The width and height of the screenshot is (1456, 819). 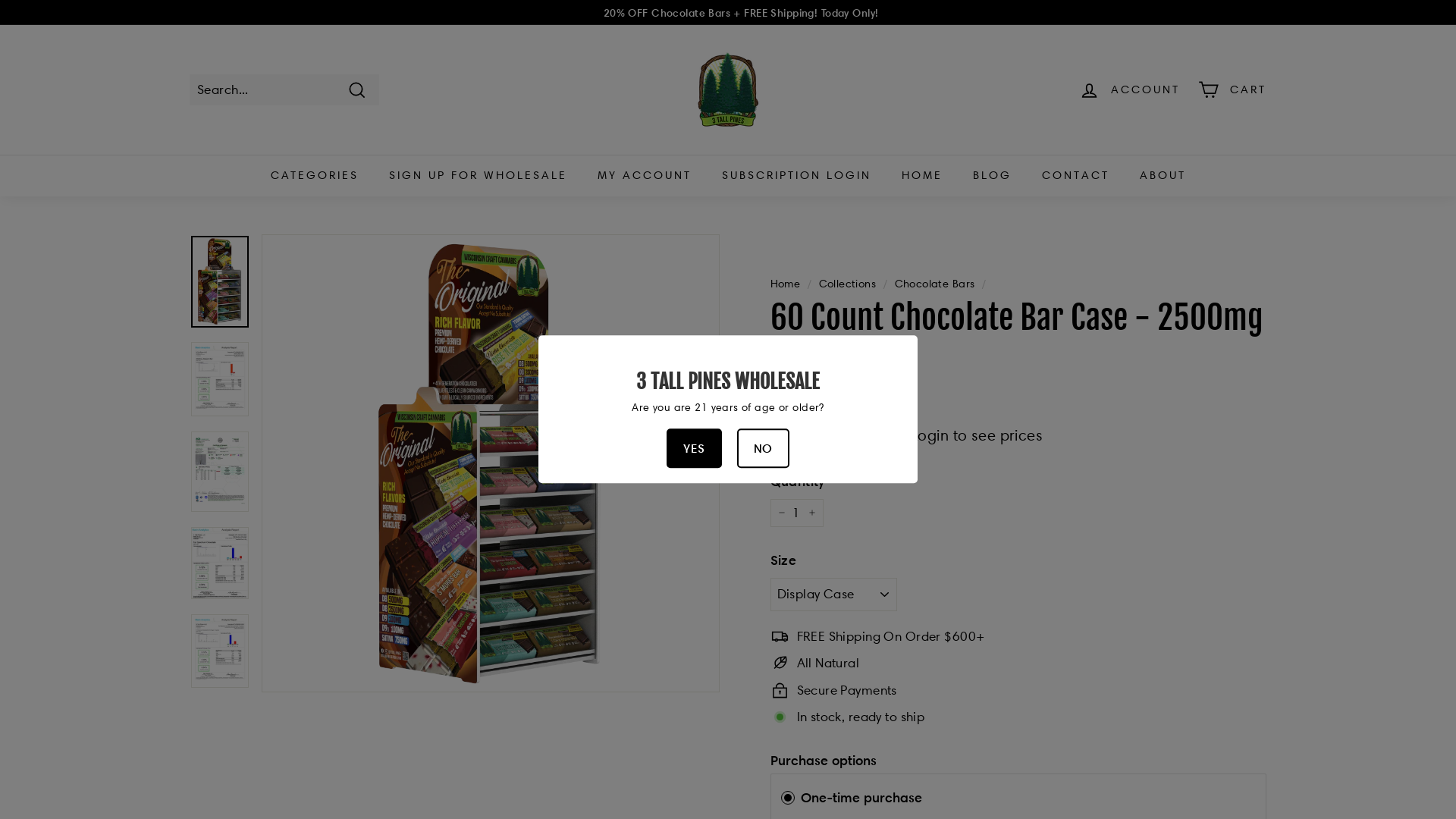 I want to click on 'SIGN UP FOR WHOLESALE', so click(x=476, y=174).